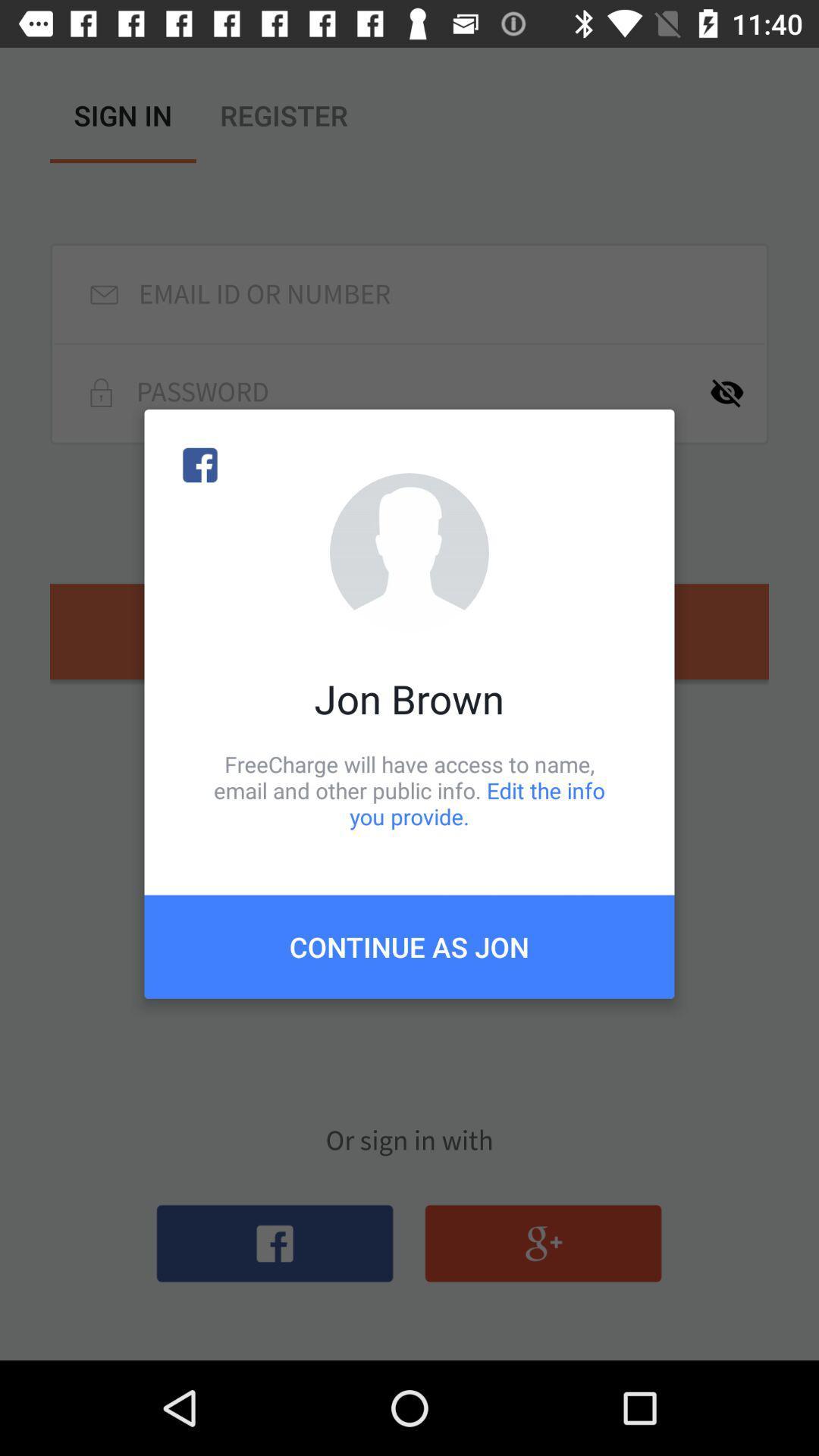  I want to click on continue as jon, so click(409, 946).